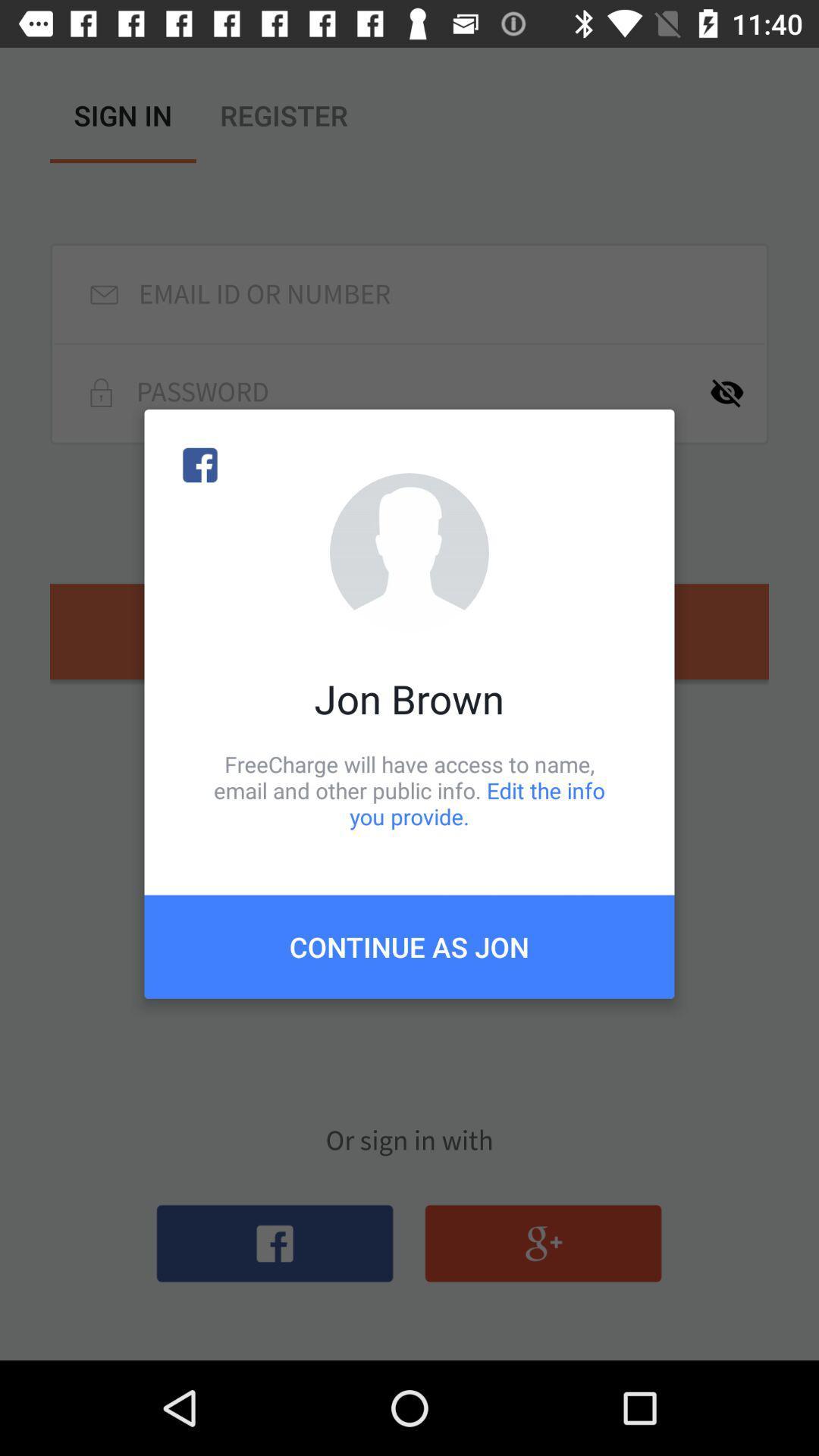  I want to click on continue as jon, so click(409, 946).